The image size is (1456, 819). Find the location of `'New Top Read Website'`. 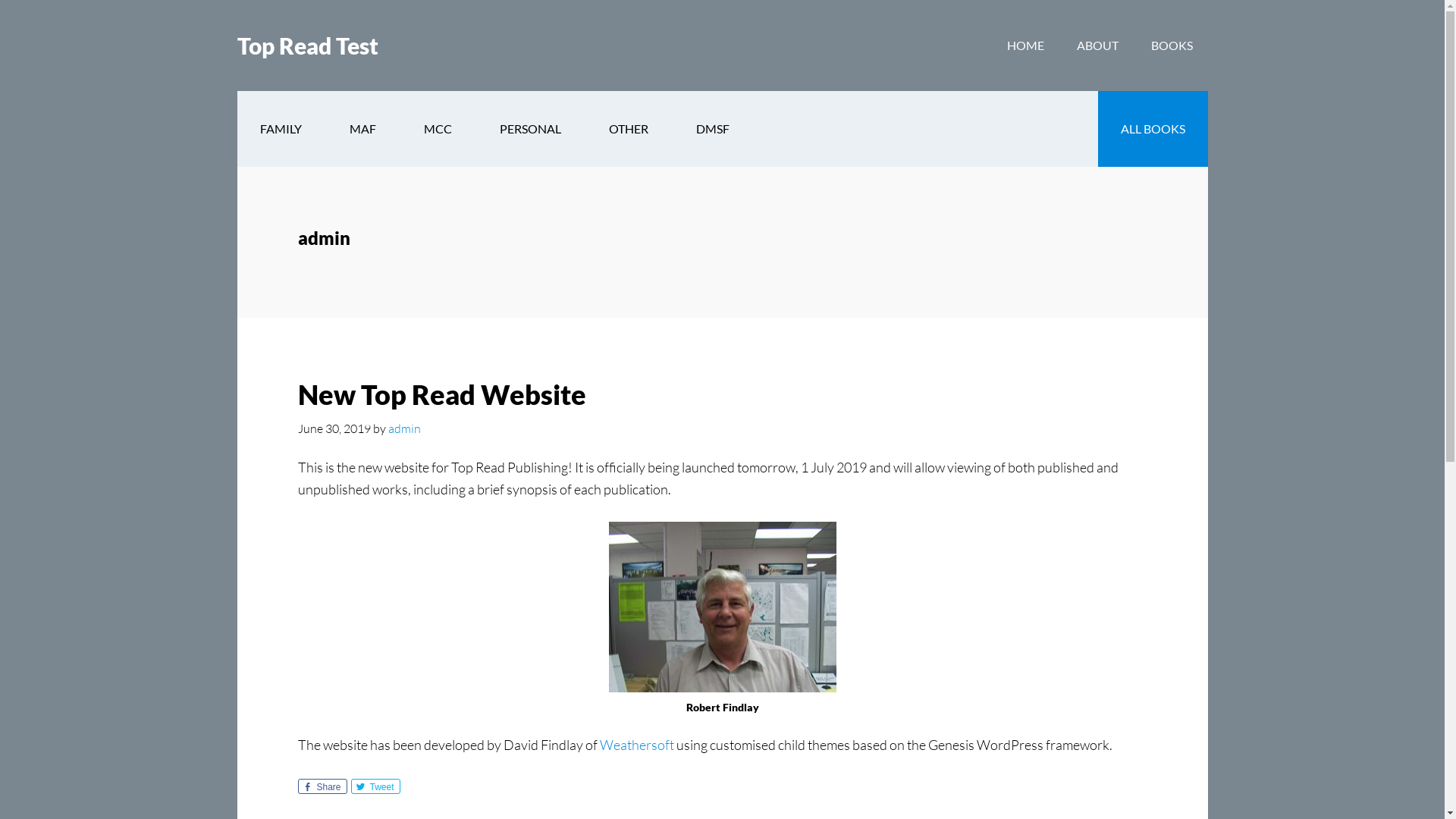

'New Top Read Website' is located at coordinates (440, 394).